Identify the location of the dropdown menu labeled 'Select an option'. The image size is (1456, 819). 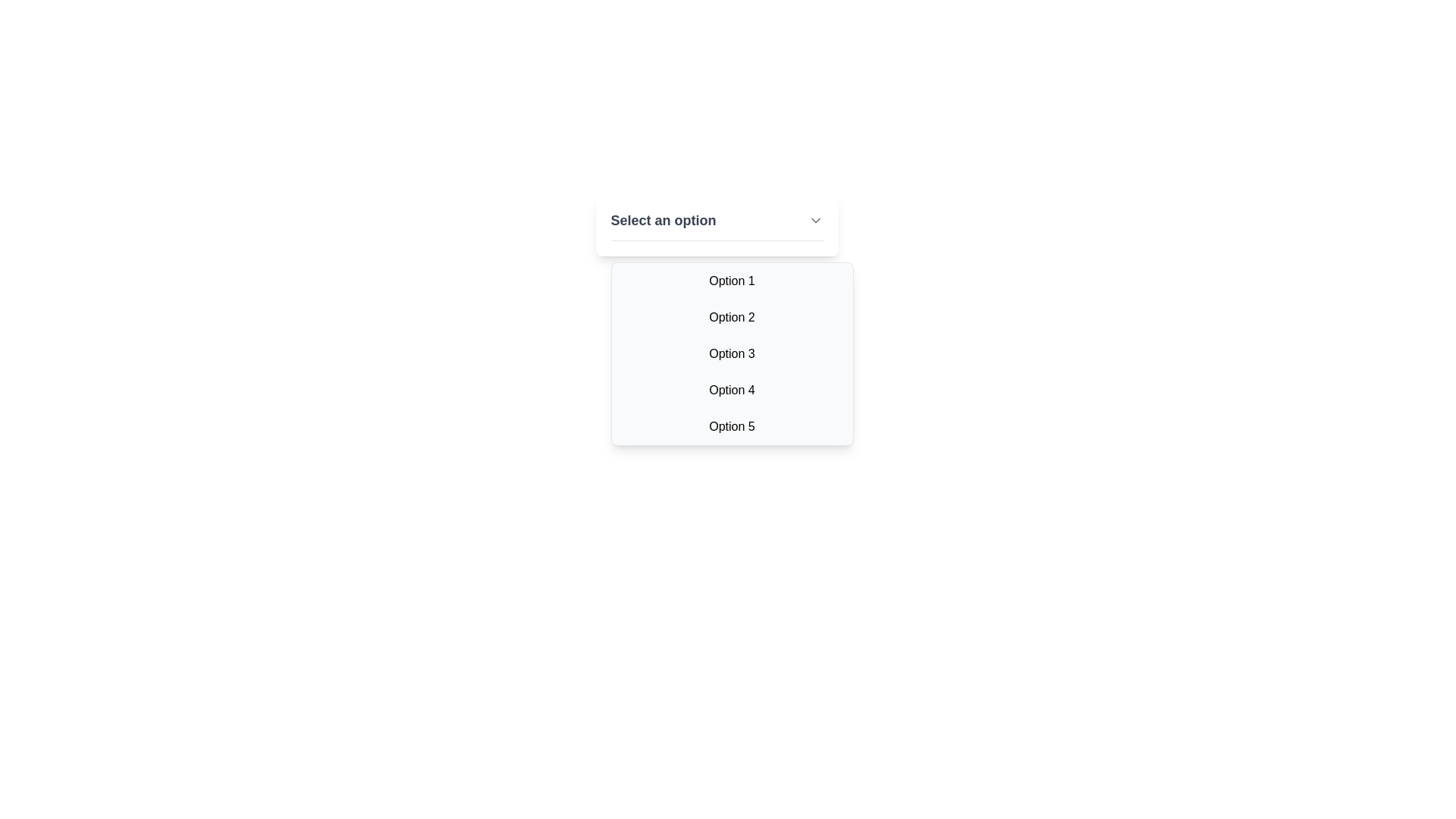
(716, 225).